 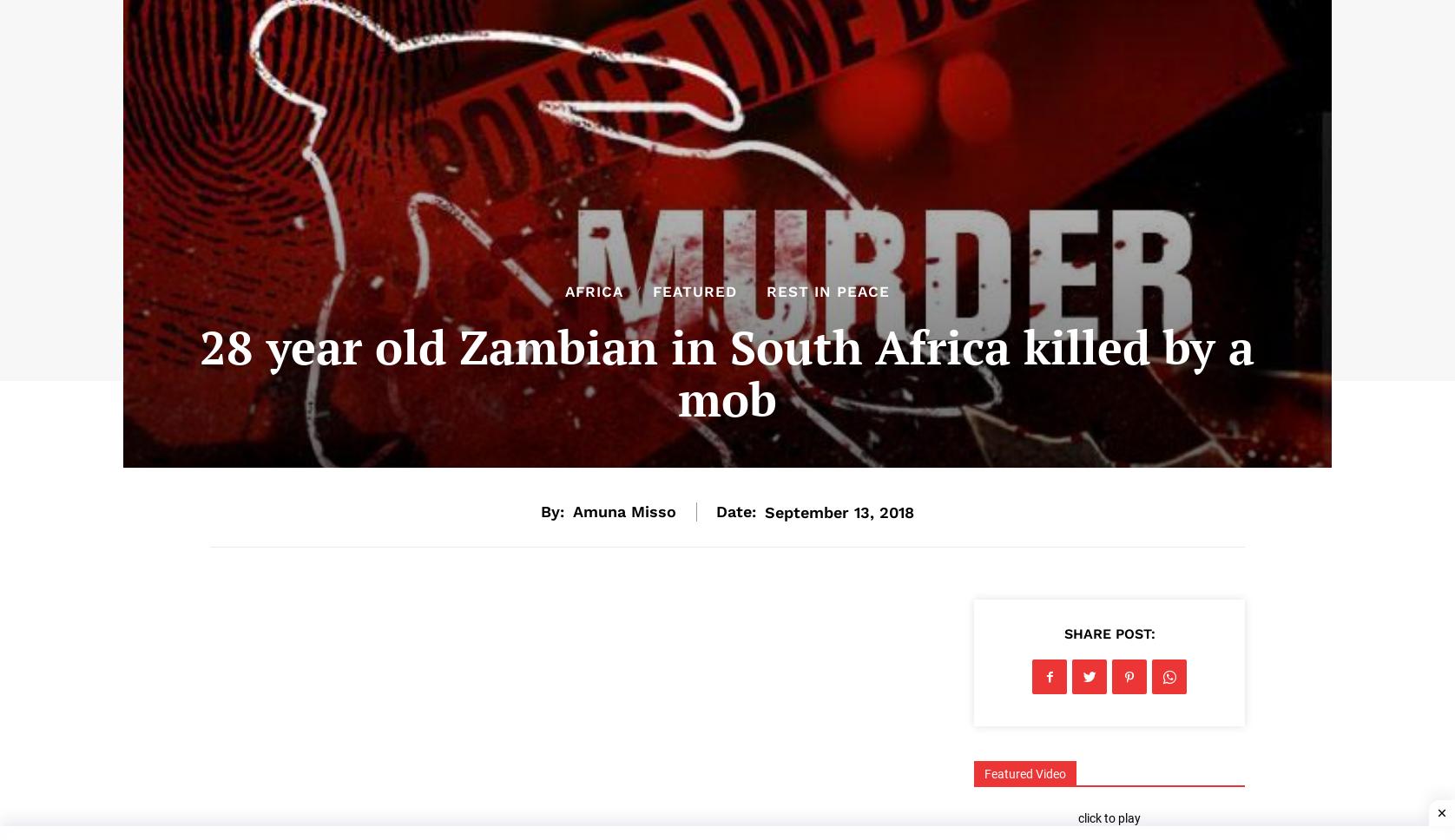 What do you see at coordinates (694, 291) in the screenshot?
I see `'Featured'` at bounding box center [694, 291].